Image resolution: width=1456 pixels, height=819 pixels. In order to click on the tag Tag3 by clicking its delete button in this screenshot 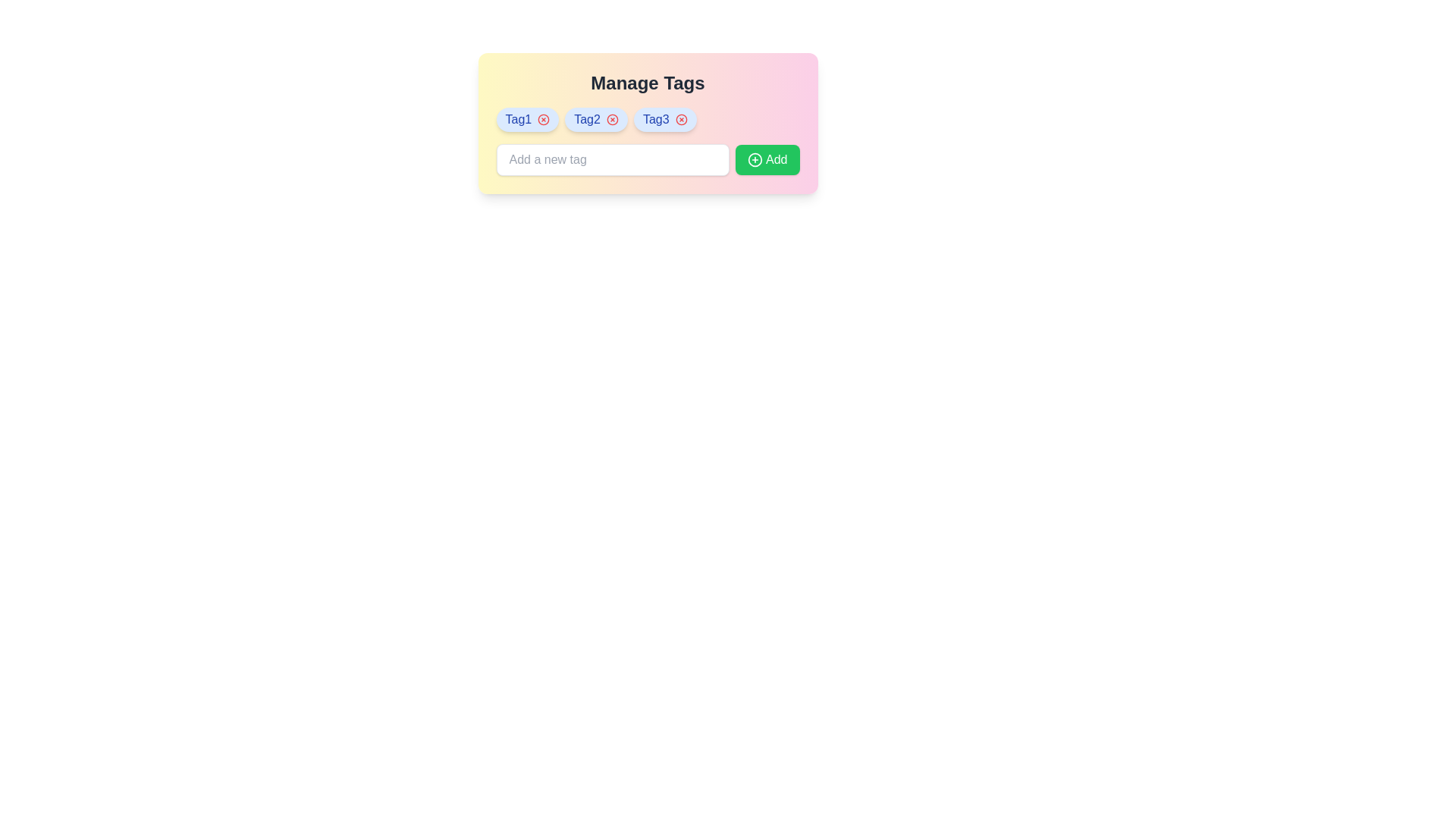, I will do `click(680, 119)`.